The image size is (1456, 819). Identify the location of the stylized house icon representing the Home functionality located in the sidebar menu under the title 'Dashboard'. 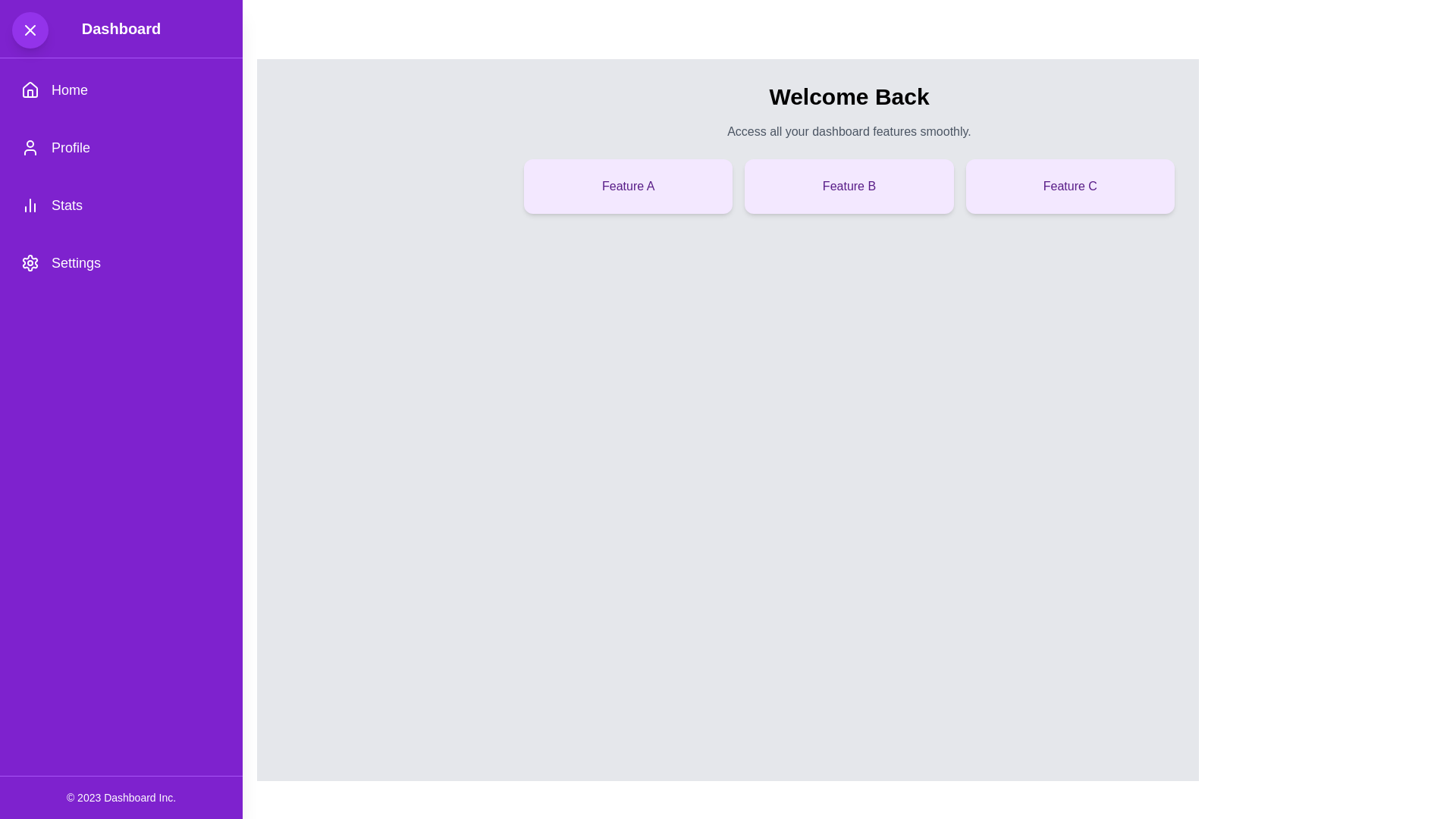
(30, 89).